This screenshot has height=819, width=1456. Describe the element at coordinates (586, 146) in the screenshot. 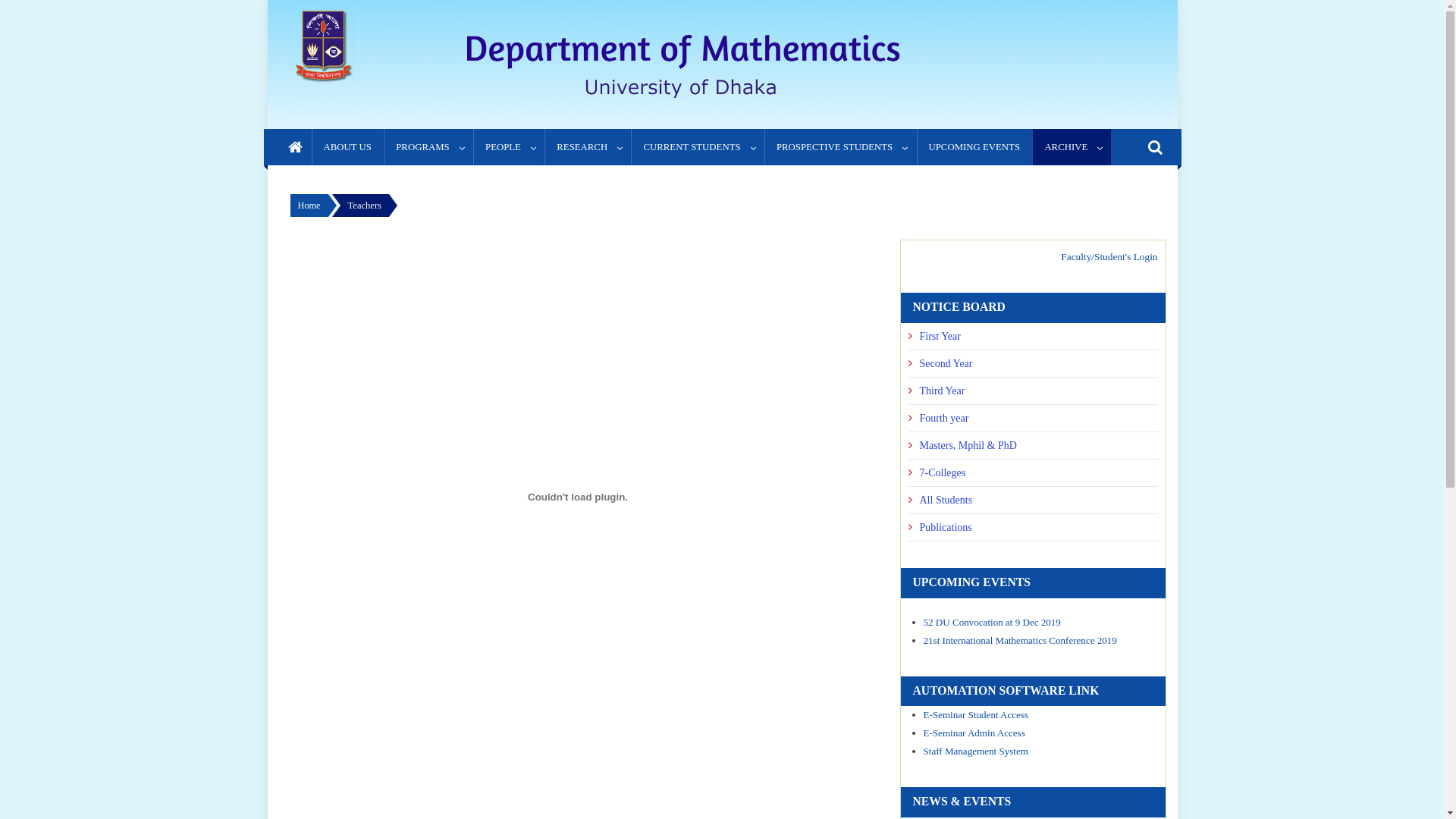

I see `'RESEARCH'` at that location.